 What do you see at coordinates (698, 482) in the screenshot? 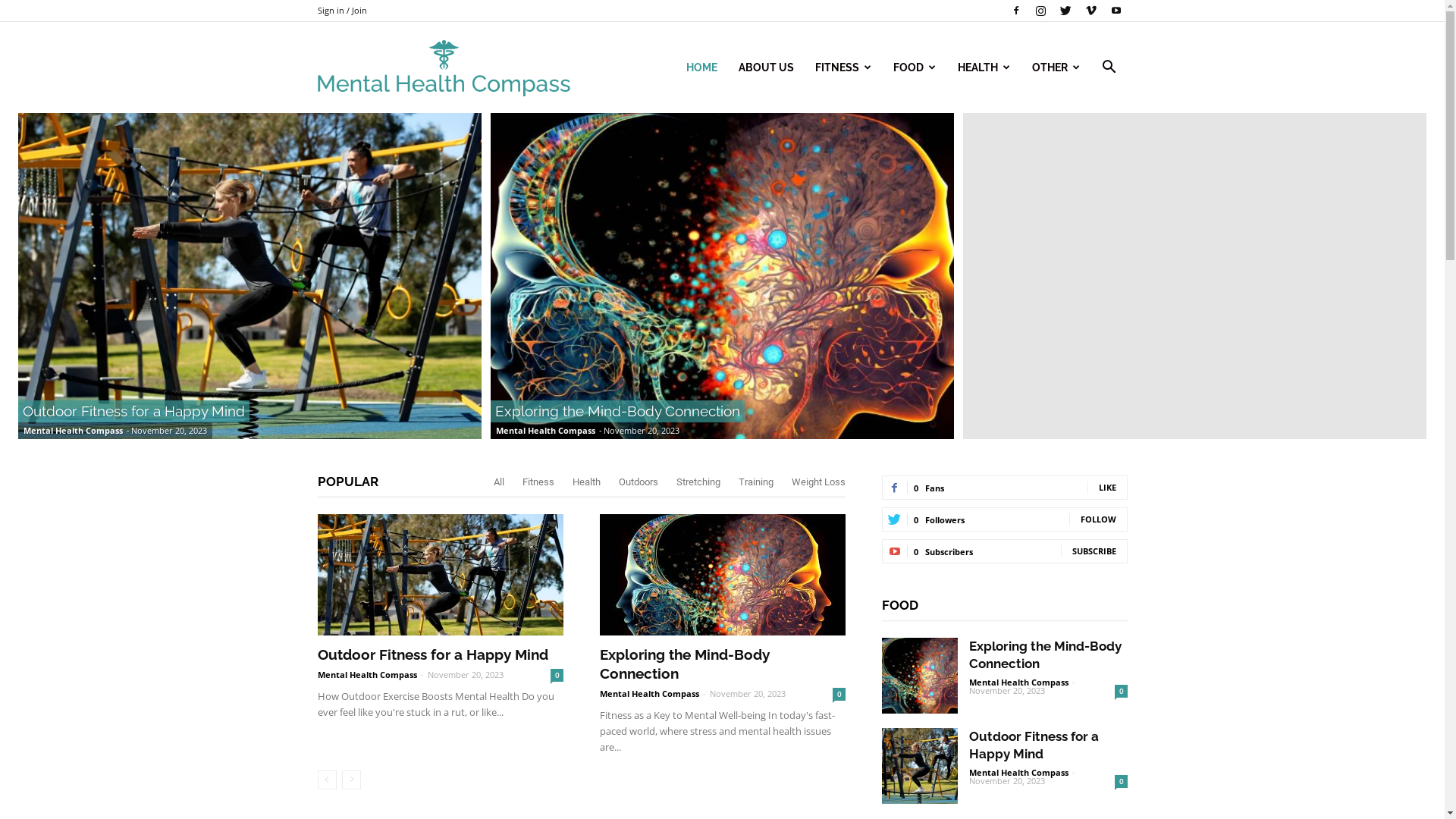
I see `'Stretching'` at bounding box center [698, 482].